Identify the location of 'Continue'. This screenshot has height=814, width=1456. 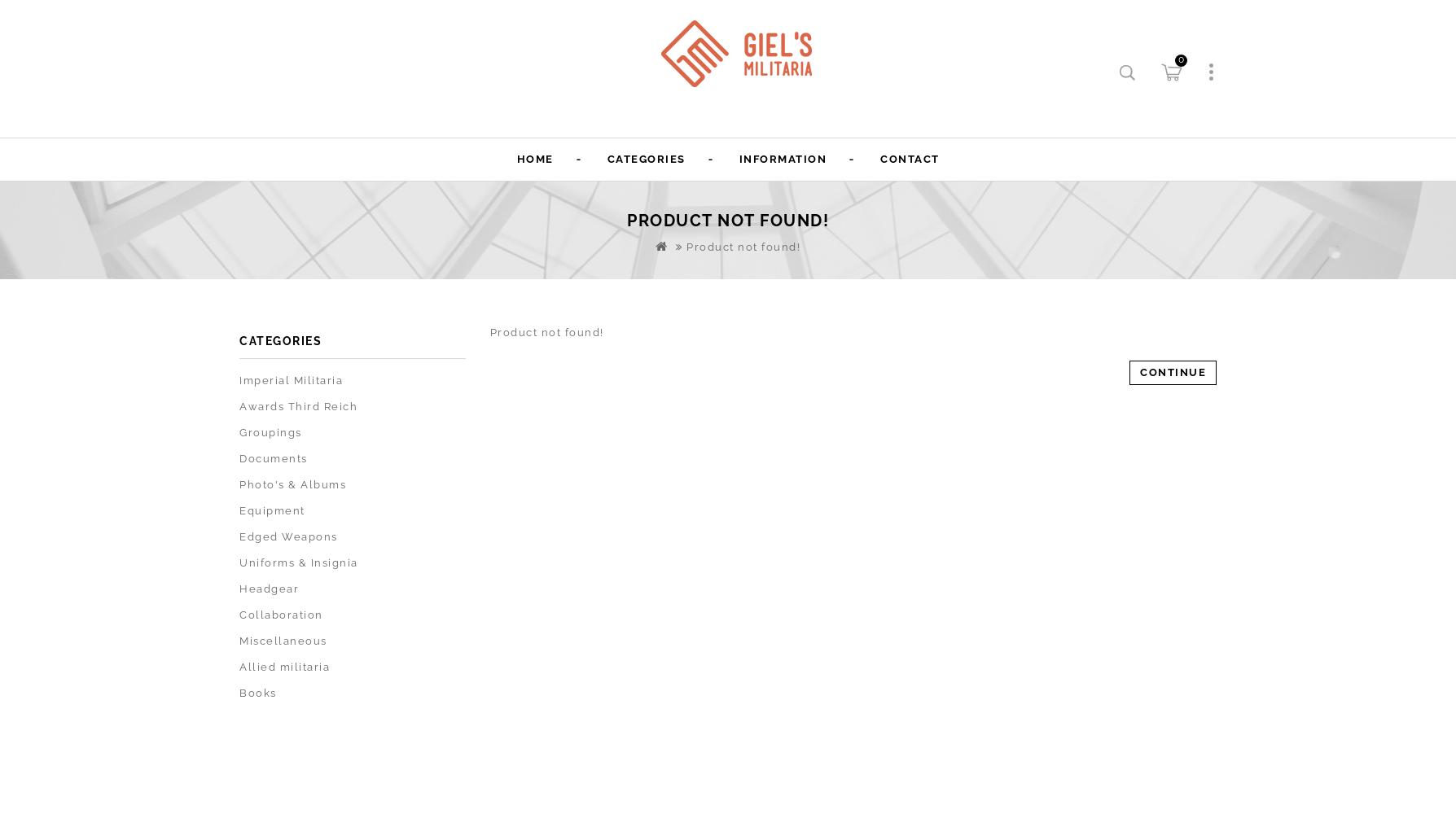
(1173, 371).